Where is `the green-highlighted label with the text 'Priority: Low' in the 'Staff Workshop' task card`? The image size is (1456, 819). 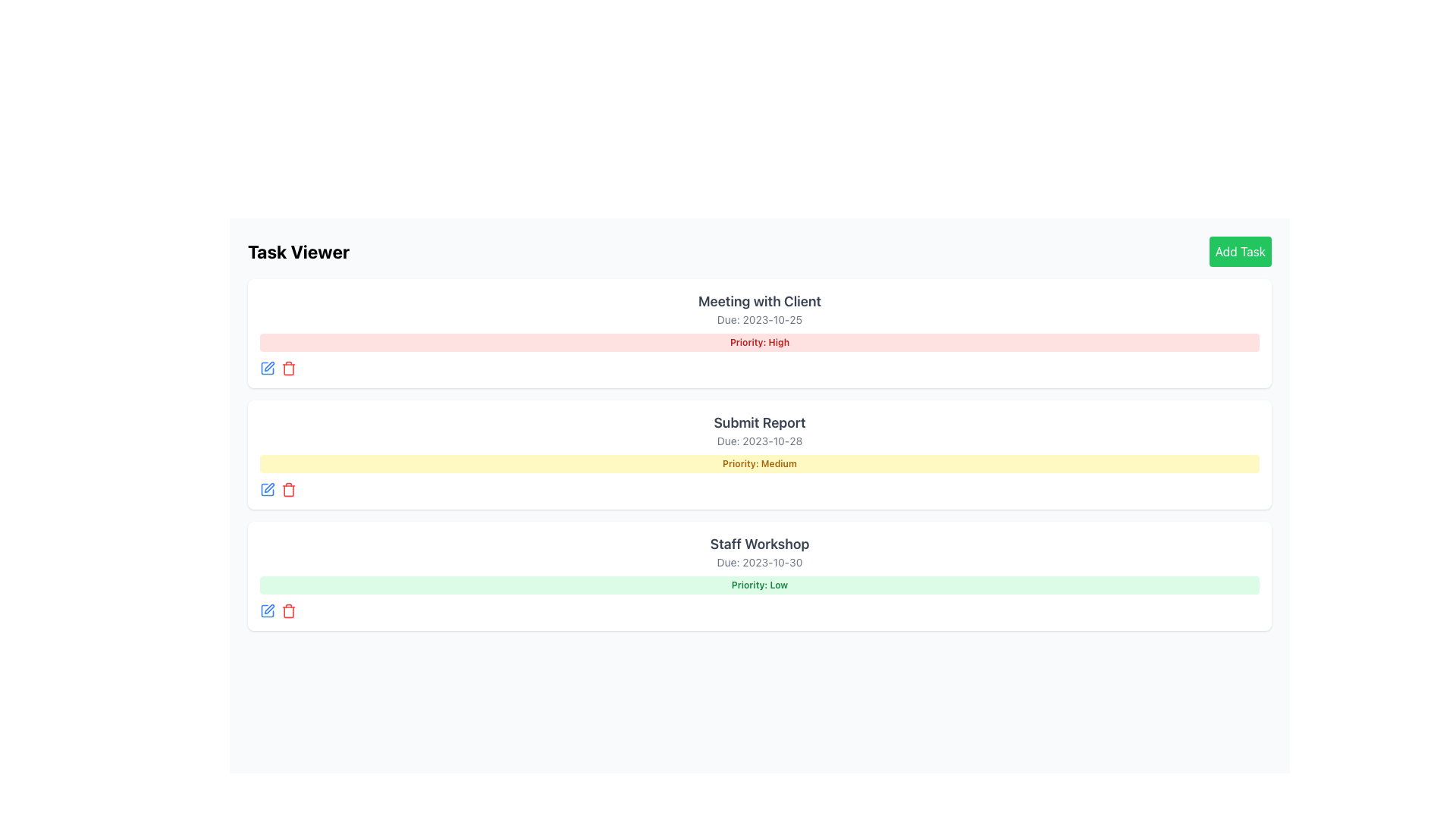
the green-highlighted label with the text 'Priority: Low' in the 'Staff Workshop' task card is located at coordinates (760, 584).